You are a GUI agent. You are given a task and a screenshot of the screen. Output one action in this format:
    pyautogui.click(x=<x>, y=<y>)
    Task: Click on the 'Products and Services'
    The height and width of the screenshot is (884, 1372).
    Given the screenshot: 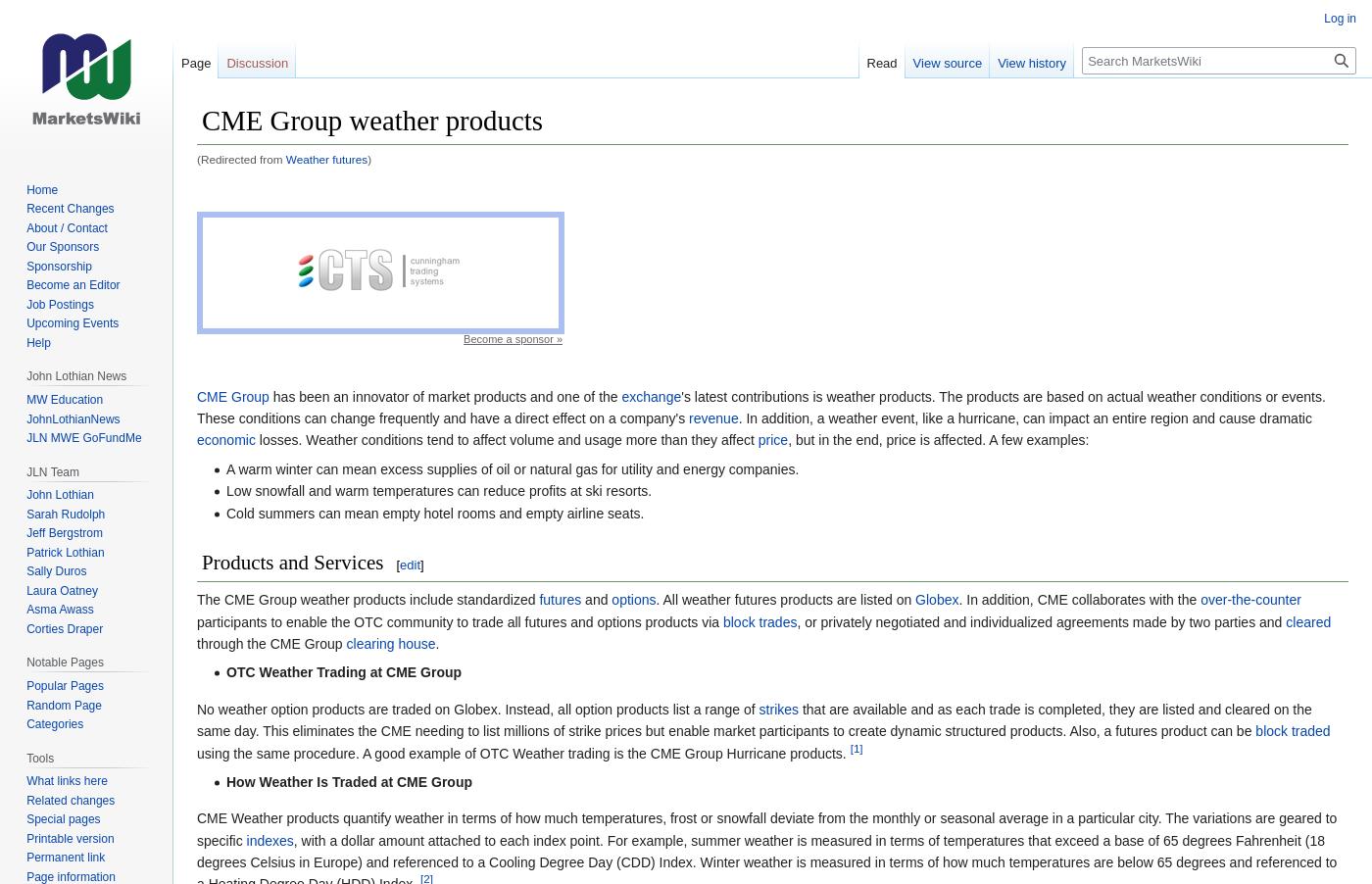 What is the action you would take?
    pyautogui.click(x=292, y=562)
    